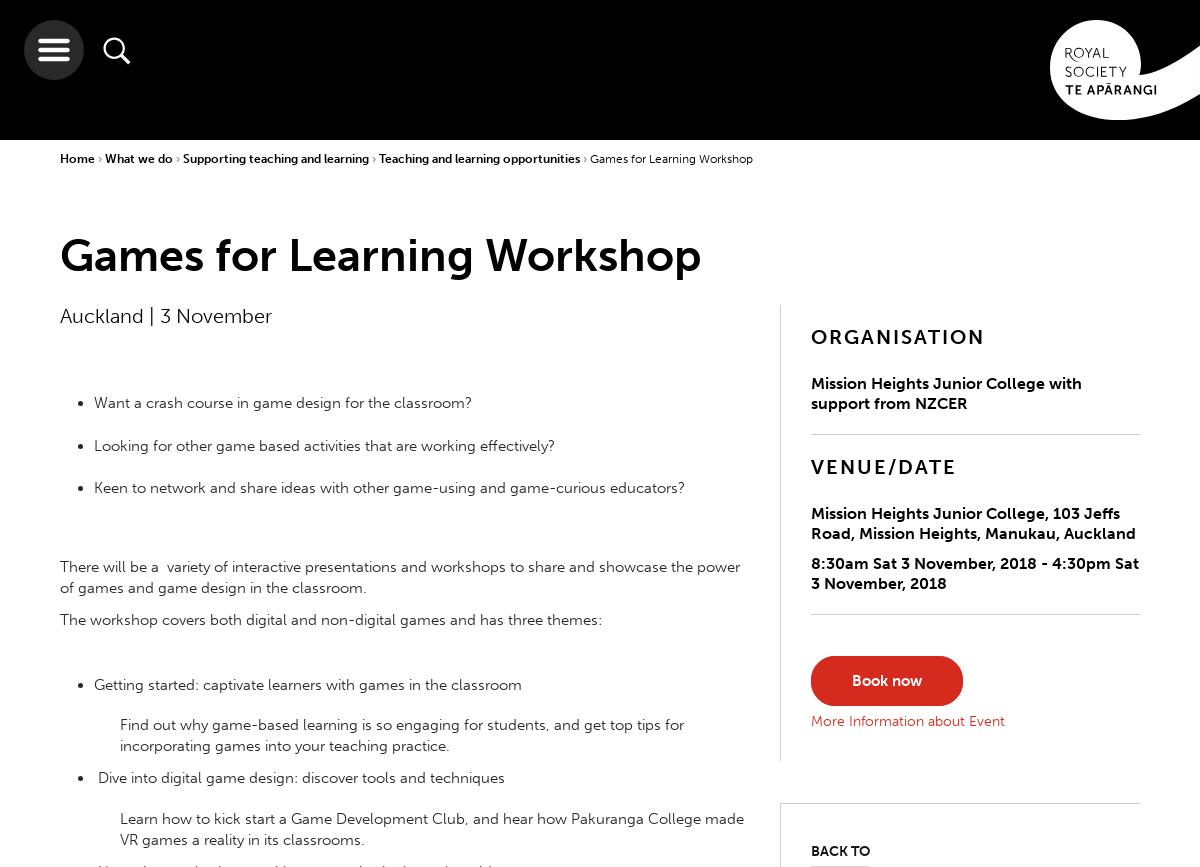 This screenshot has width=1200, height=867. Describe the element at coordinates (432, 827) in the screenshot. I see `'Learn how to kick start a Game Development Club, and hear how Pakuranga College made VR games a reality in its classrooms.'` at that location.